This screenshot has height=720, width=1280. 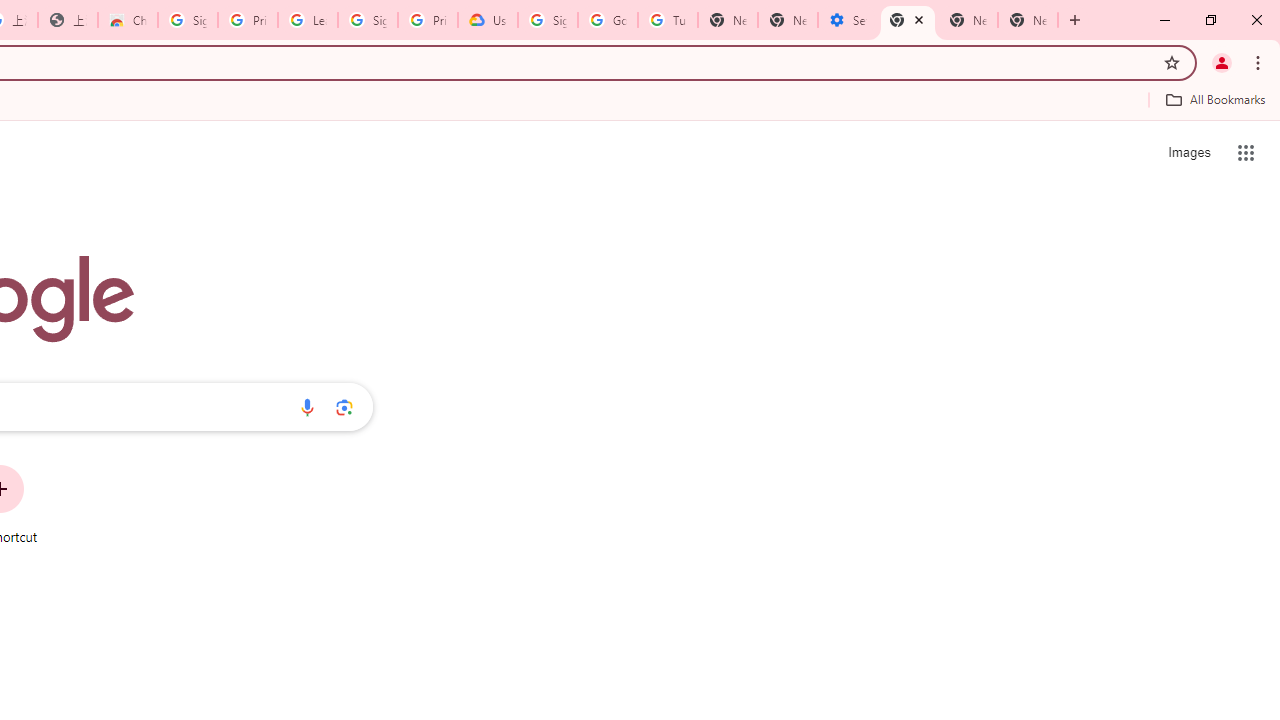 I want to click on 'Chrome Web Store - Color themes by Chrome', so click(x=127, y=20).